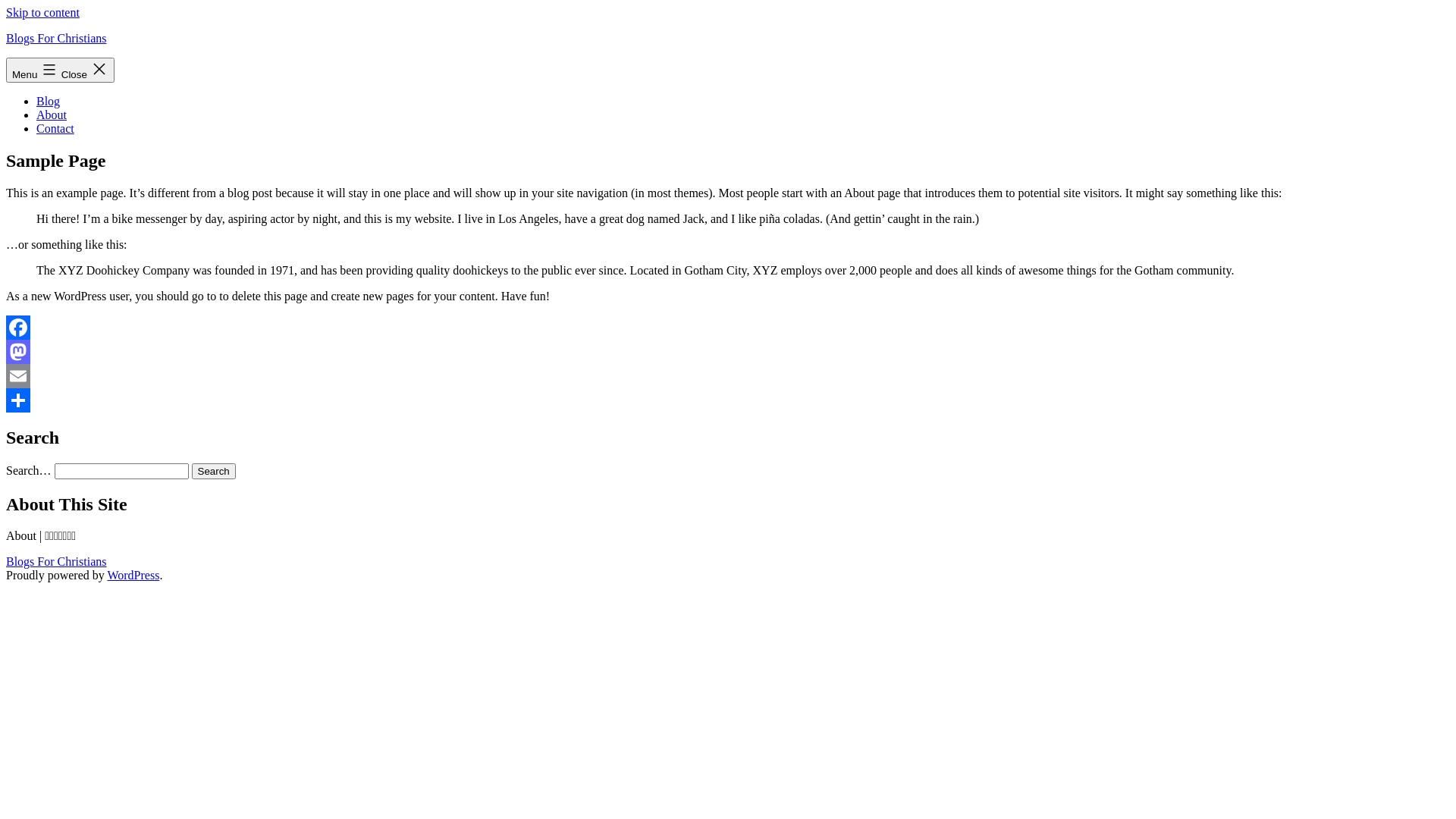 This screenshot has width=1456, height=819. I want to click on 'Contact', so click(55, 127).